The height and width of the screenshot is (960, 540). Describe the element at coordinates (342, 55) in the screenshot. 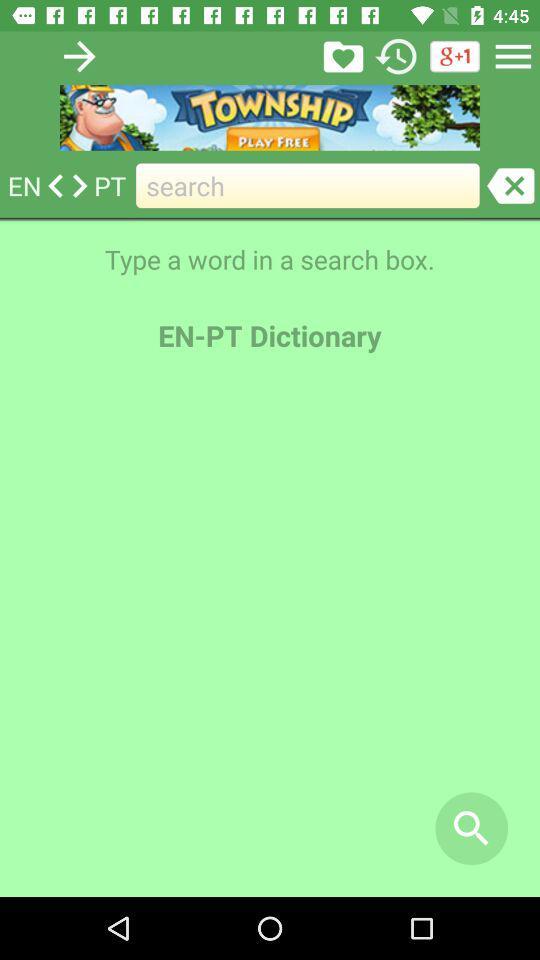

I see `share the article` at that location.